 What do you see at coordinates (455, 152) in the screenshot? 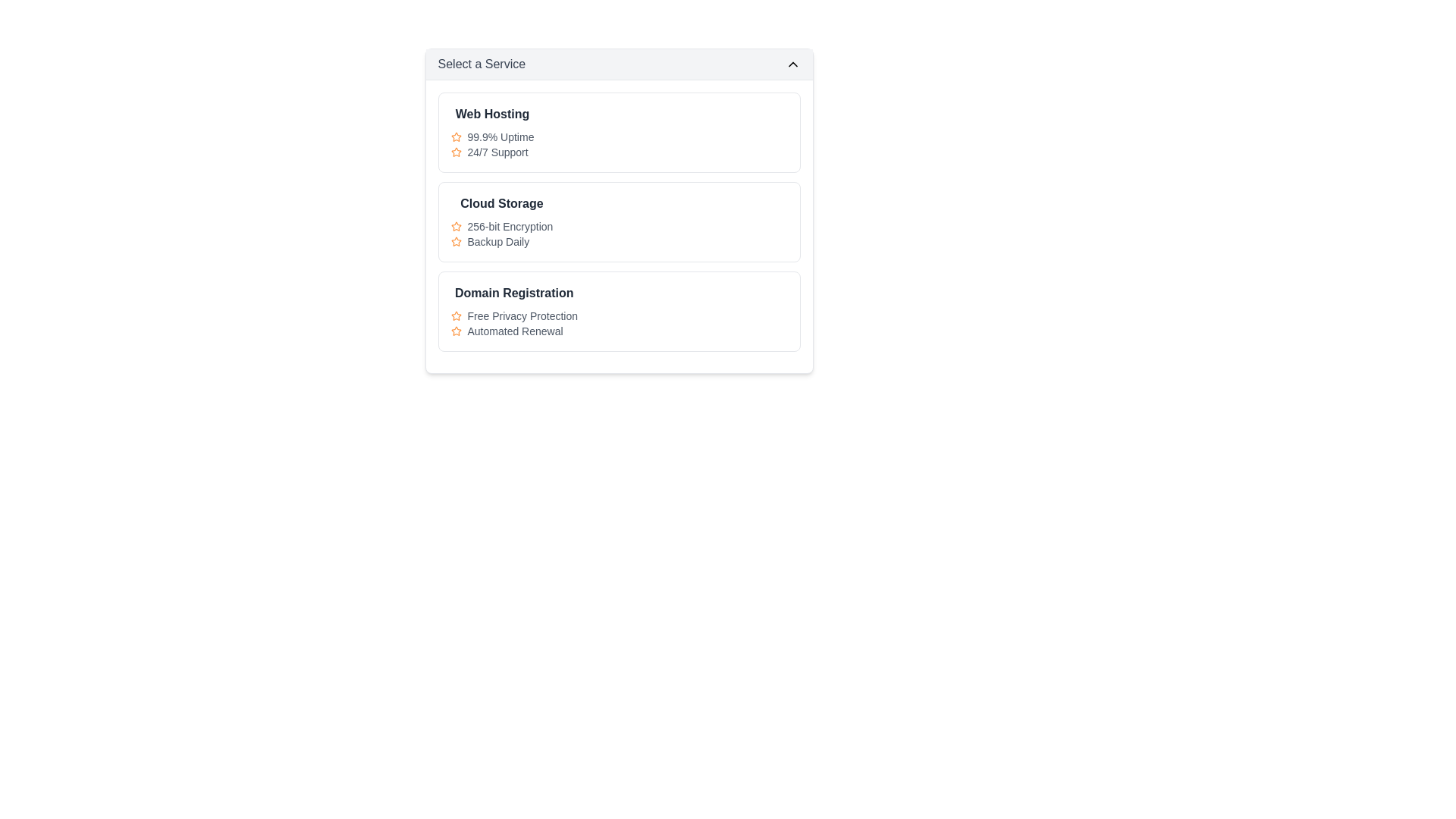
I see `the star icon located to the left of the 'Web Hosting' service type in the 'Select a Service' dropdown` at bounding box center [455, 152].